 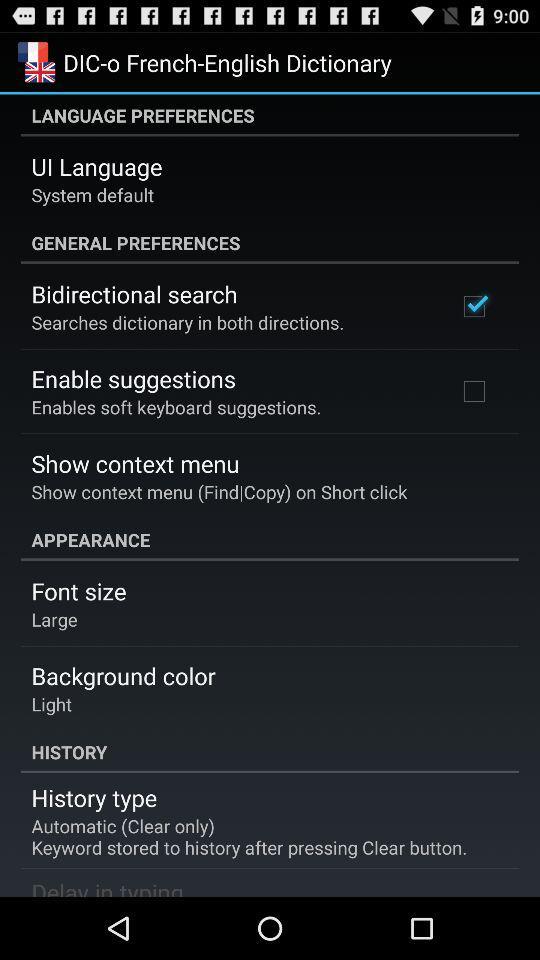 What do you see at coordinates (473, 307) in the screenshot?
I see `the selected box to the right of bidirectional search text` at bounding box center [473, 307].